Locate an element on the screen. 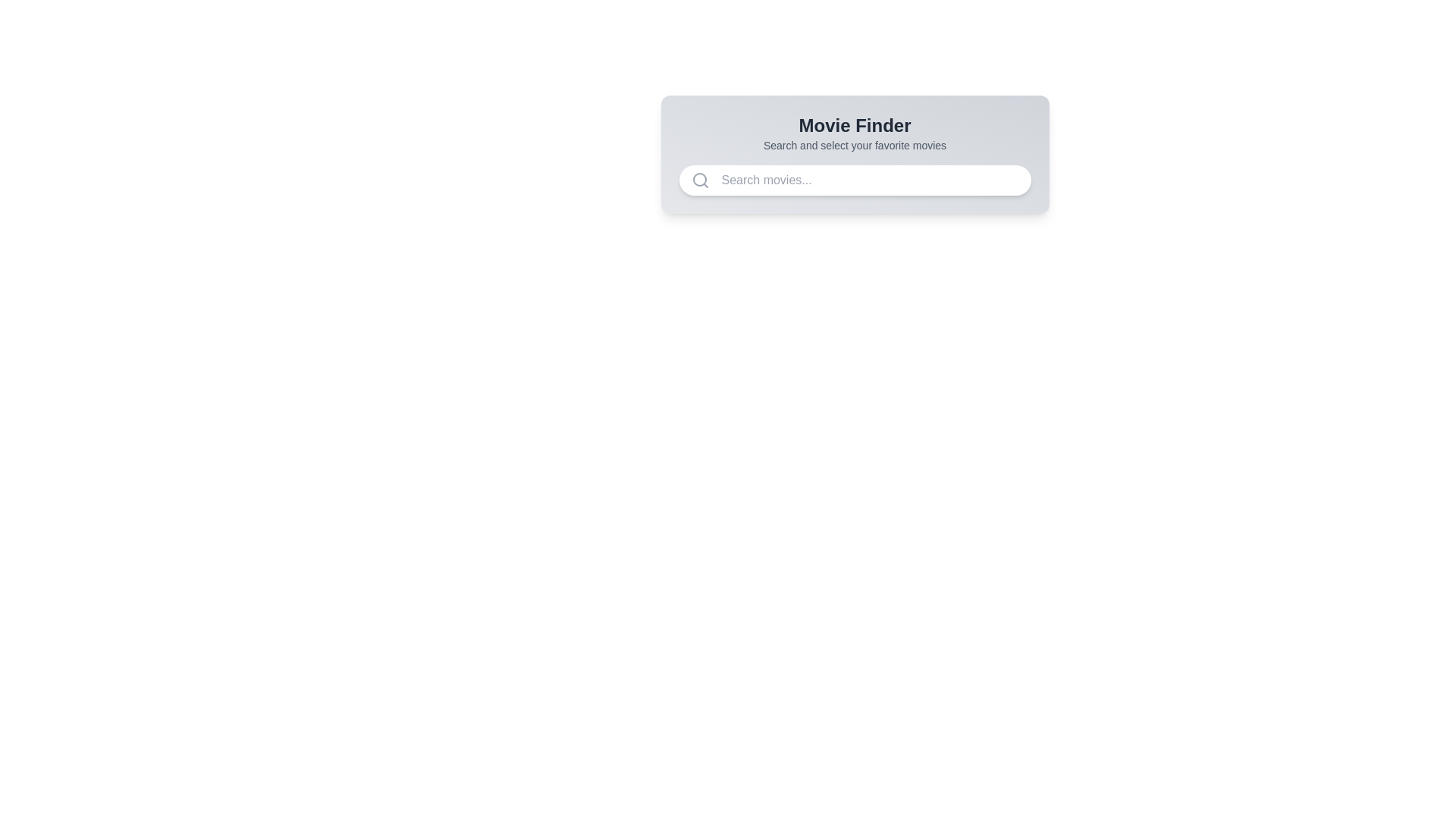  the 'Movie Finder' text label which is prominently displayed in bold and large font against a light gray background is located at coordinates (855, 124).